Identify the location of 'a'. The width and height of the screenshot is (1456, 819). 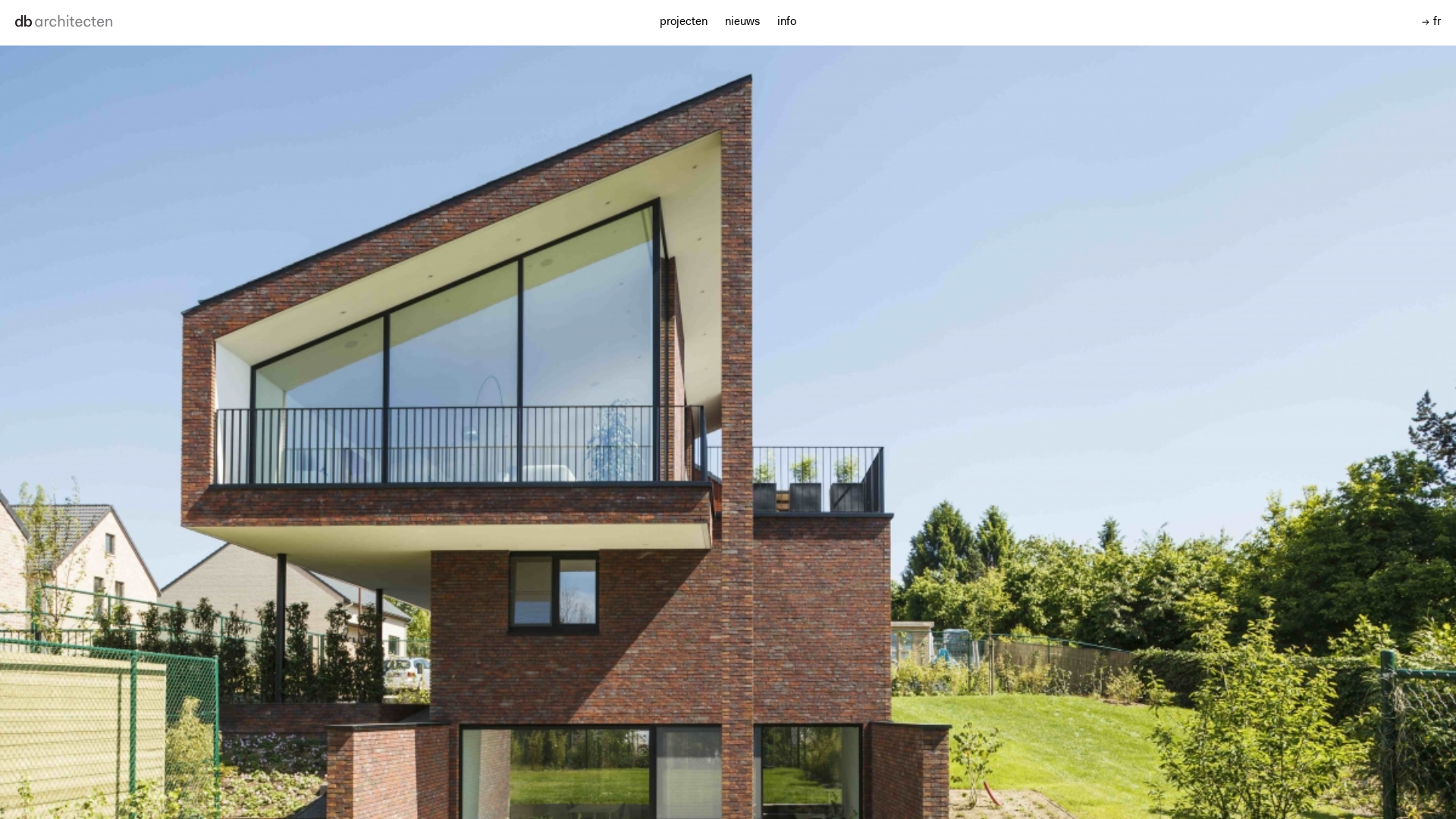
(71, 23).